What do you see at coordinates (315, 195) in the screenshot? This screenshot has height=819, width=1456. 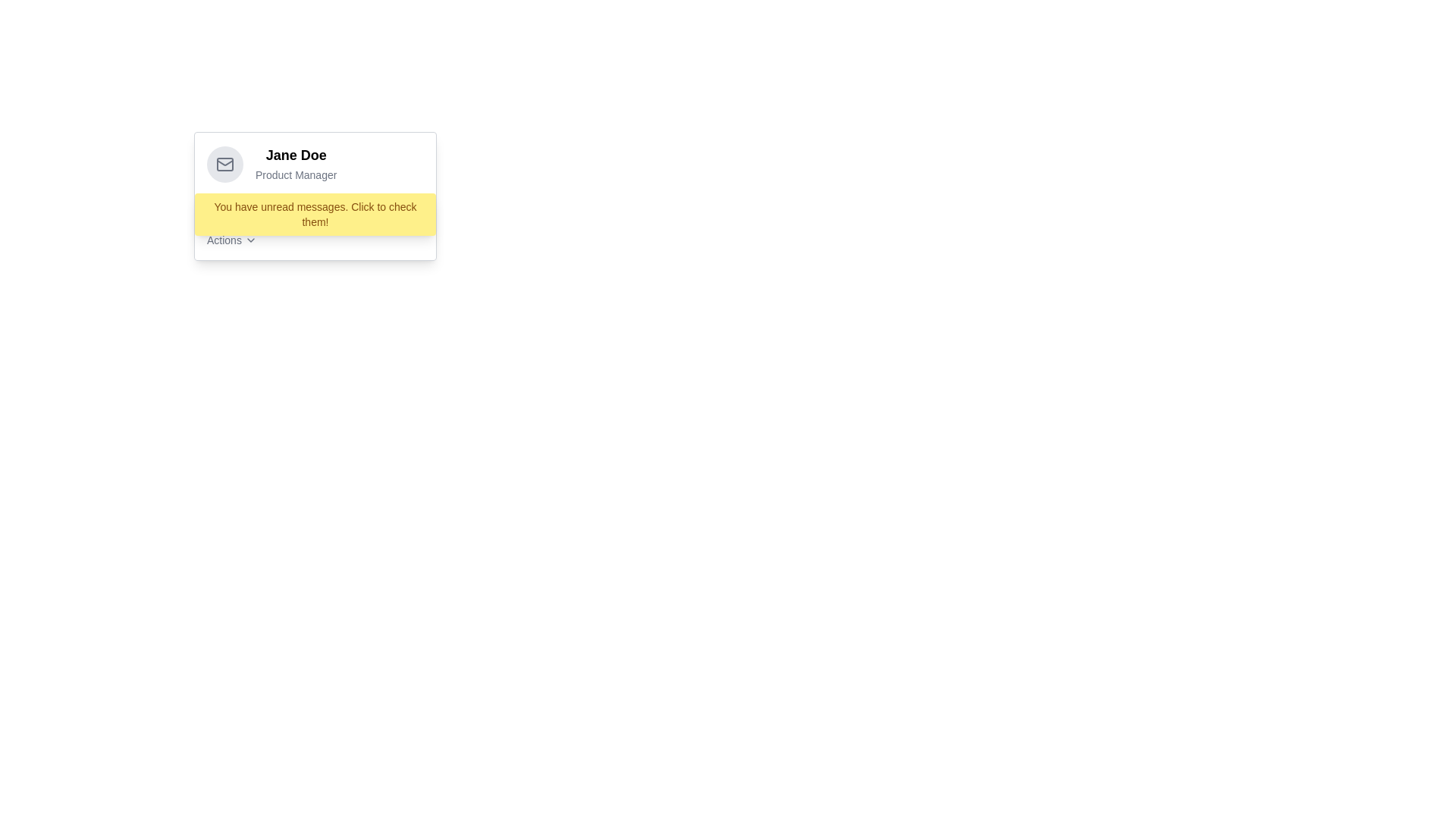 I see `the 'View Messages' button located in the notification section of the user profile card featuring 'Jane Doe' as the user` at bounding box center [315, 195].